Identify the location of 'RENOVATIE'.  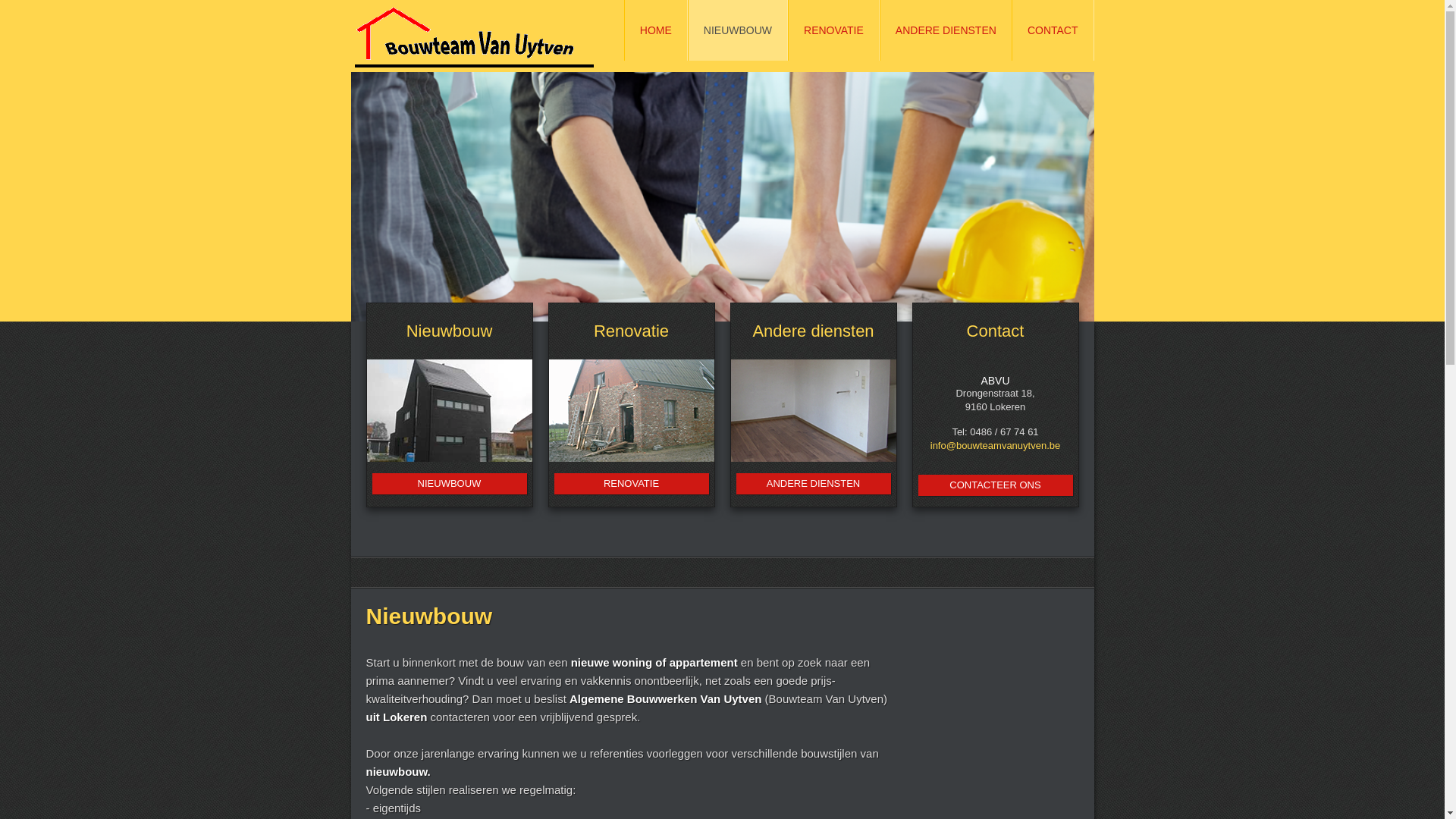
(630, 483).